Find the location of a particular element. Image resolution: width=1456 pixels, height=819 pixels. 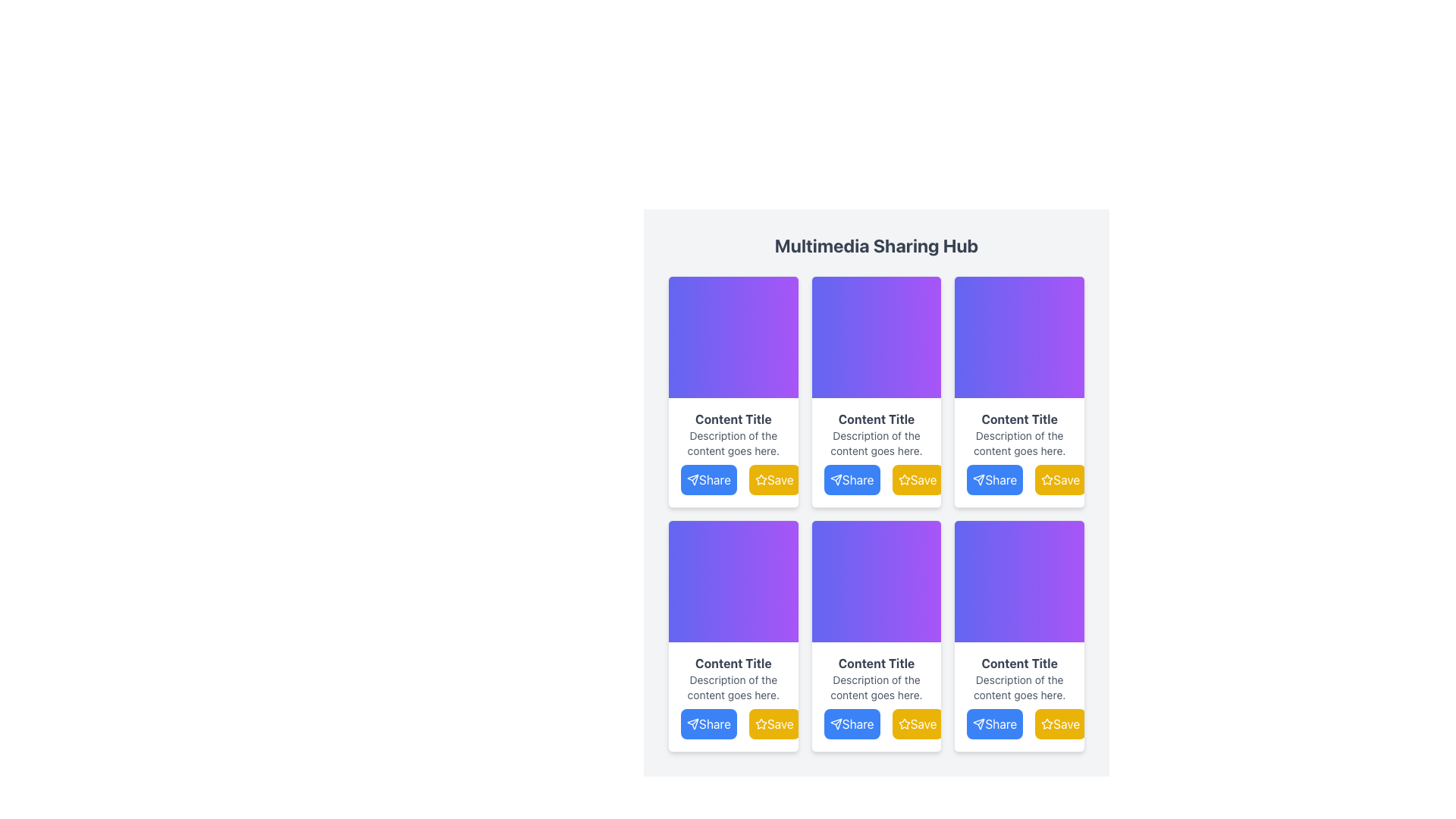

the 'Share' button located at the bottom of the card in the third column of the top row is located at coordinates (995, 479).